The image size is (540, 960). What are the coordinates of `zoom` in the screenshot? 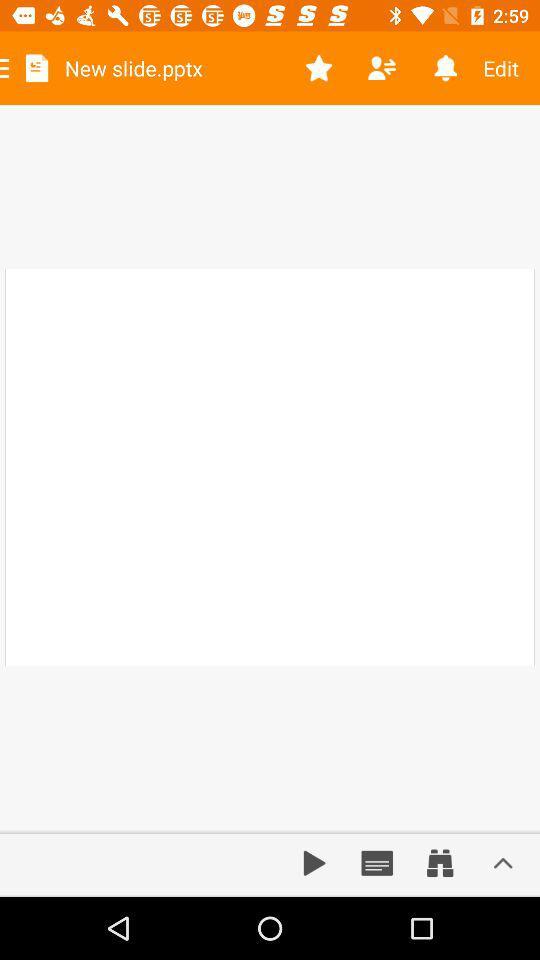 It's located at (440, 862).